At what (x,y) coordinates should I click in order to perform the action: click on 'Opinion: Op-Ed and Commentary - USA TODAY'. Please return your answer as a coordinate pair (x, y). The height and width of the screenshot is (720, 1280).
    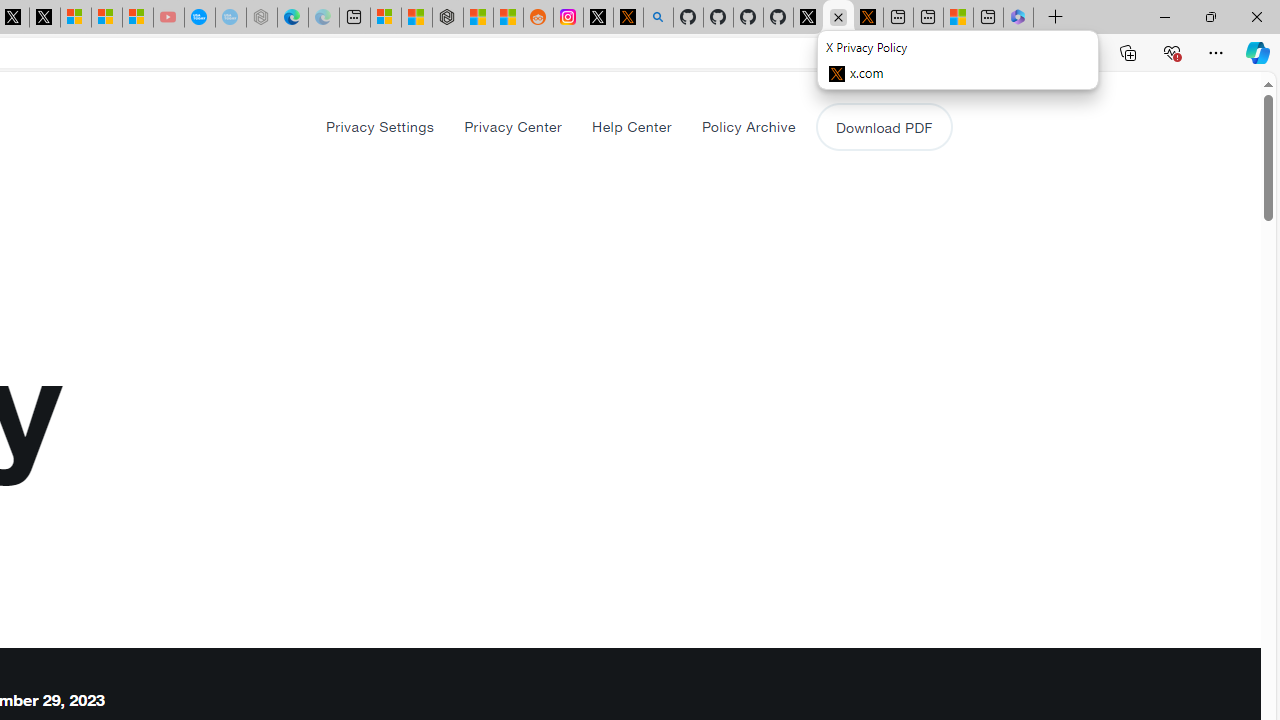
    Looking at the image, I should click on (200, 17).